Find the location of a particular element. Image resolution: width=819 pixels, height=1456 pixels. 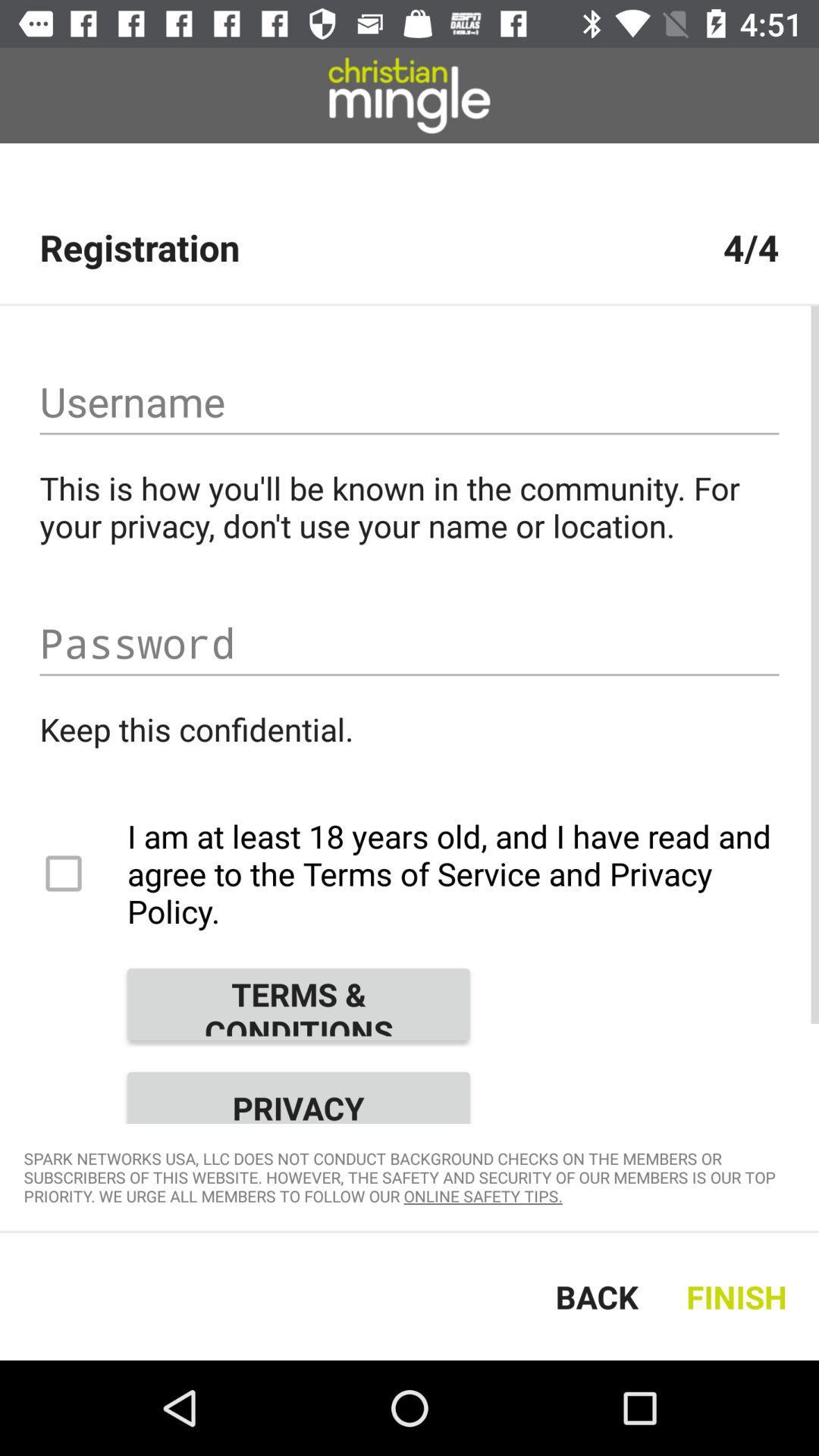

icon below i am at is located at coordinates (298, 1004).